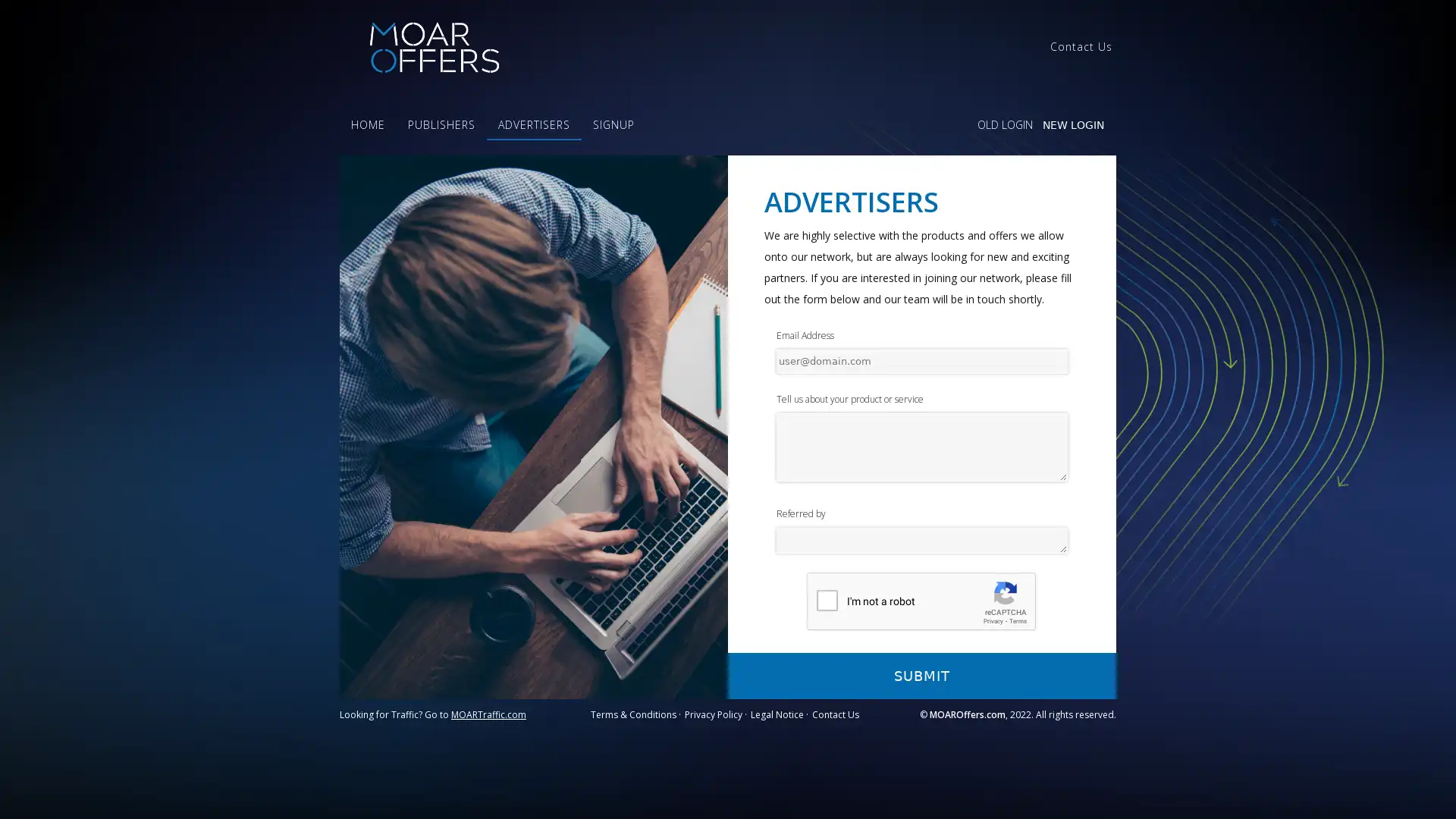  I want to click on NEW LOGIN, so click(1072, 124).